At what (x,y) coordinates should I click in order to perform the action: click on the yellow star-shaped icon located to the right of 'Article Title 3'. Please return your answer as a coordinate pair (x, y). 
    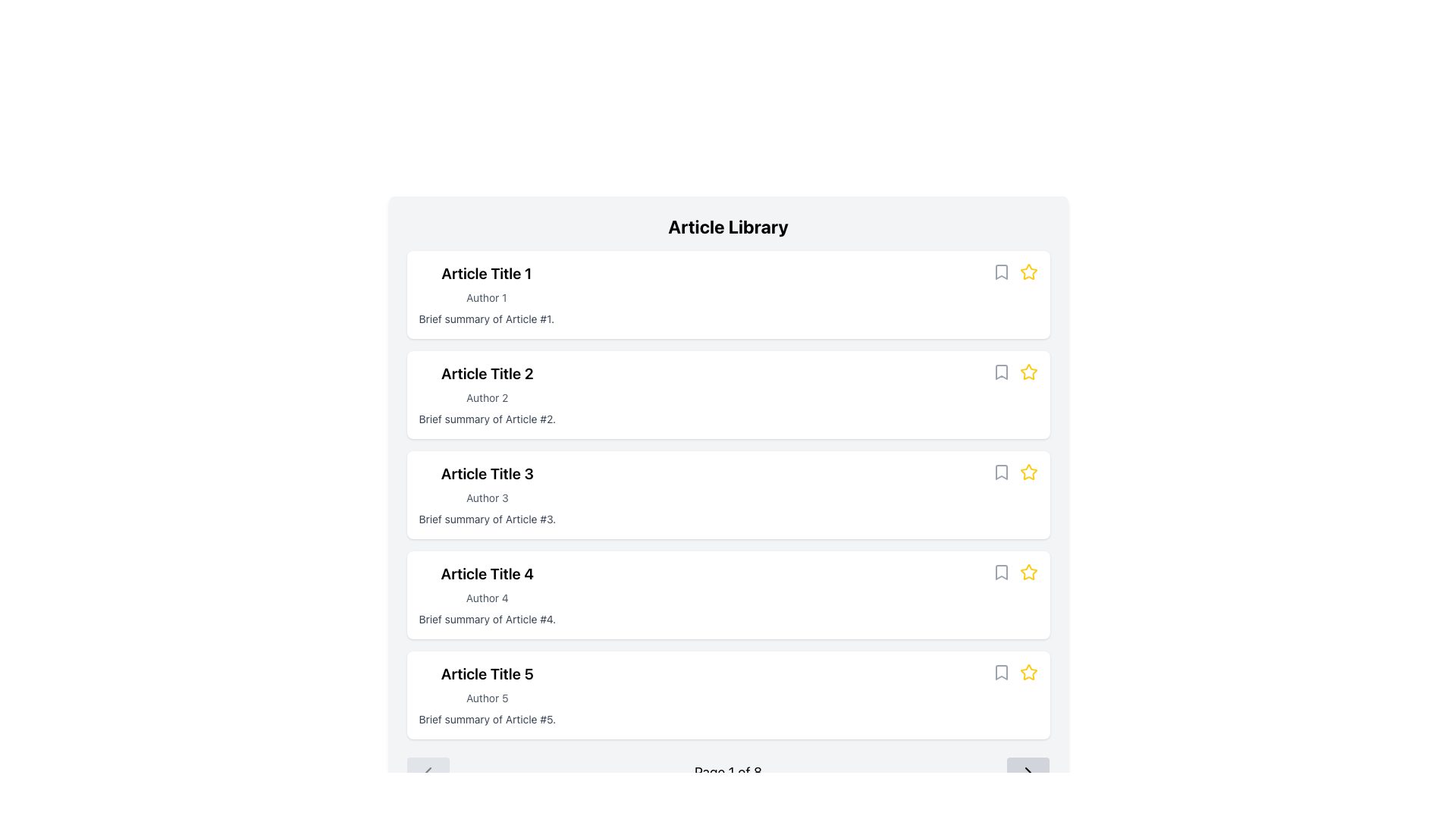
    Looking at the image, I should click on (1028, 470).